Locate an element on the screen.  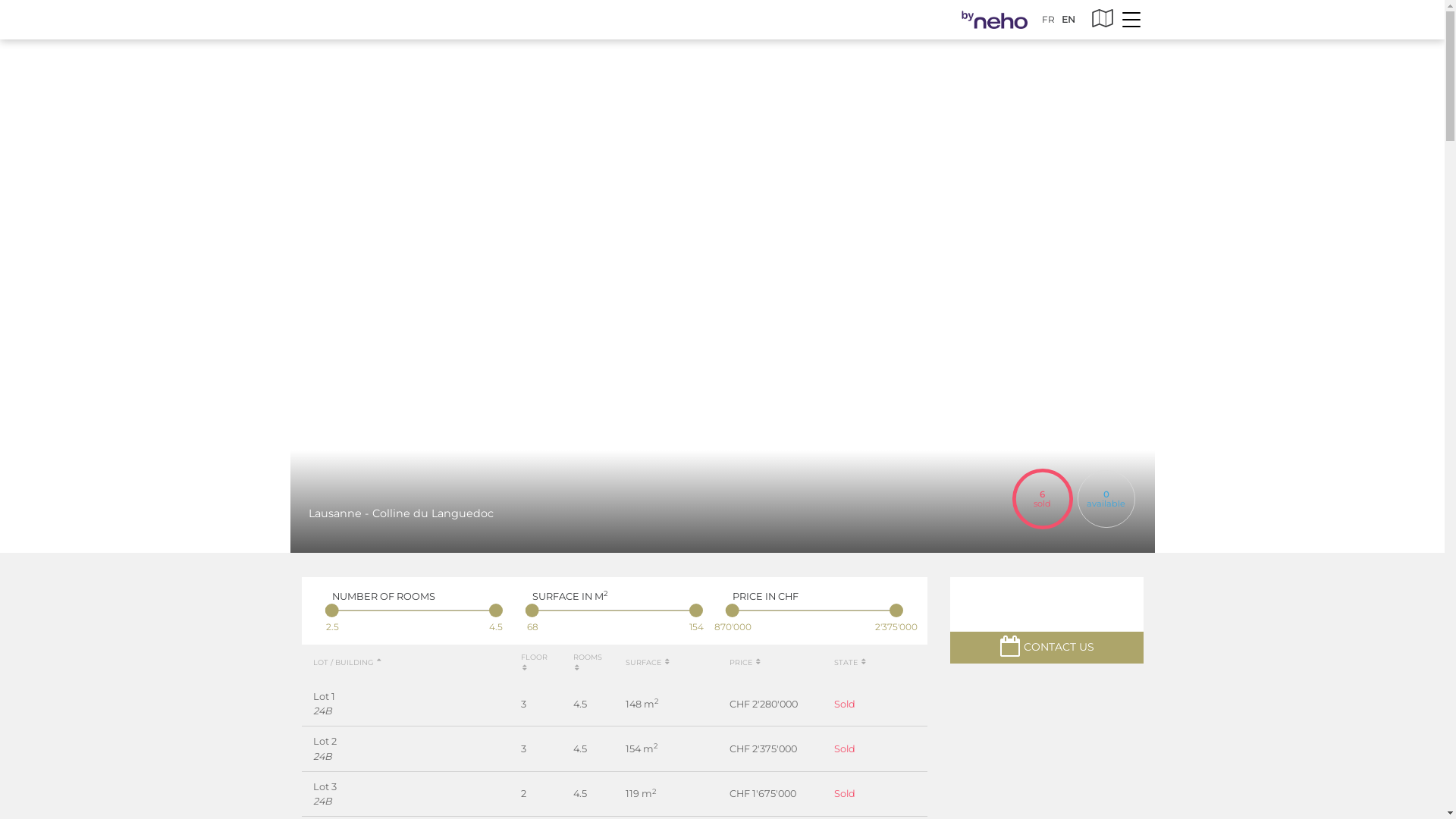
'PRICE' is located at coordinates (745, 661).